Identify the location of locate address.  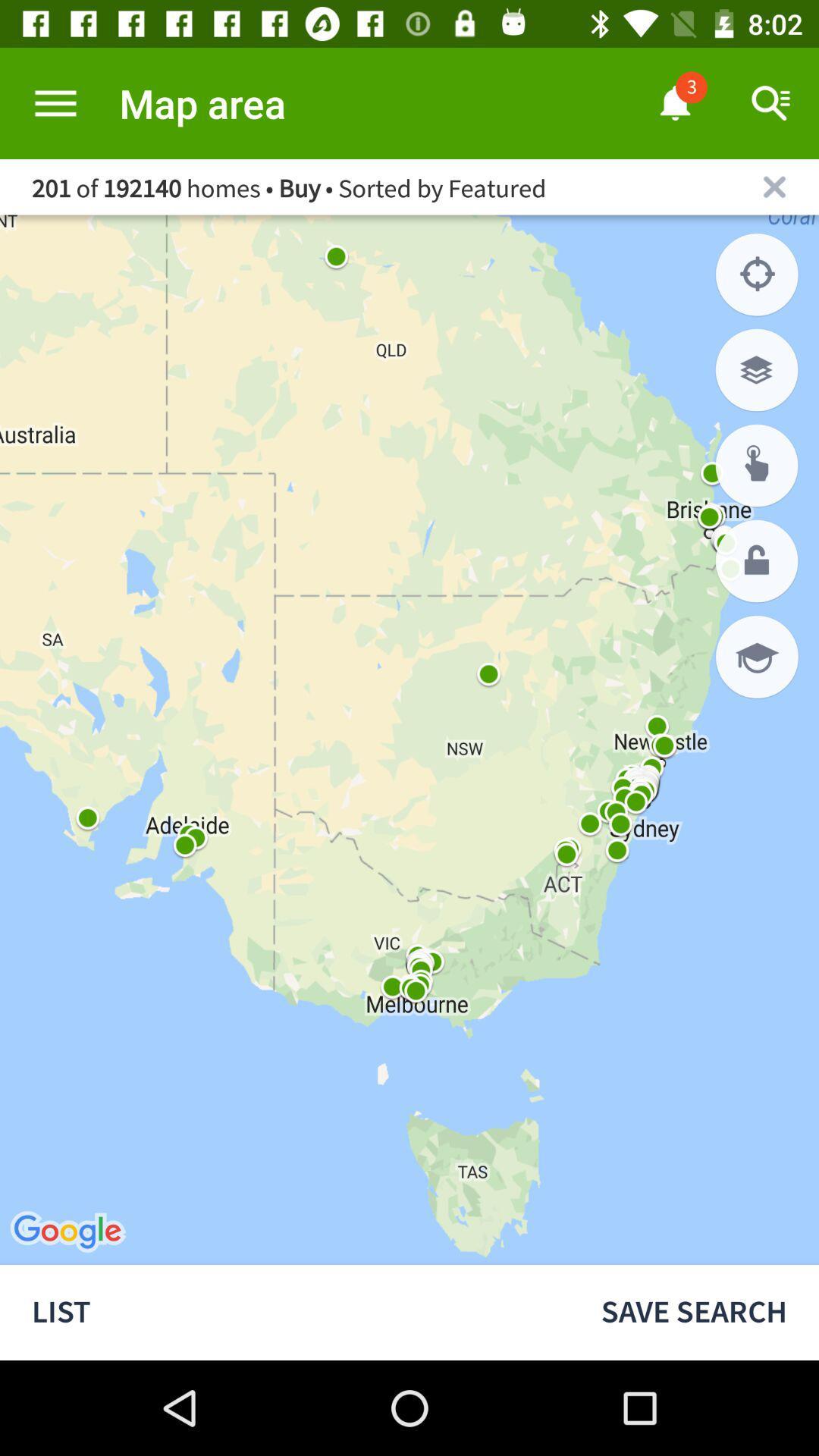
(757, 465).